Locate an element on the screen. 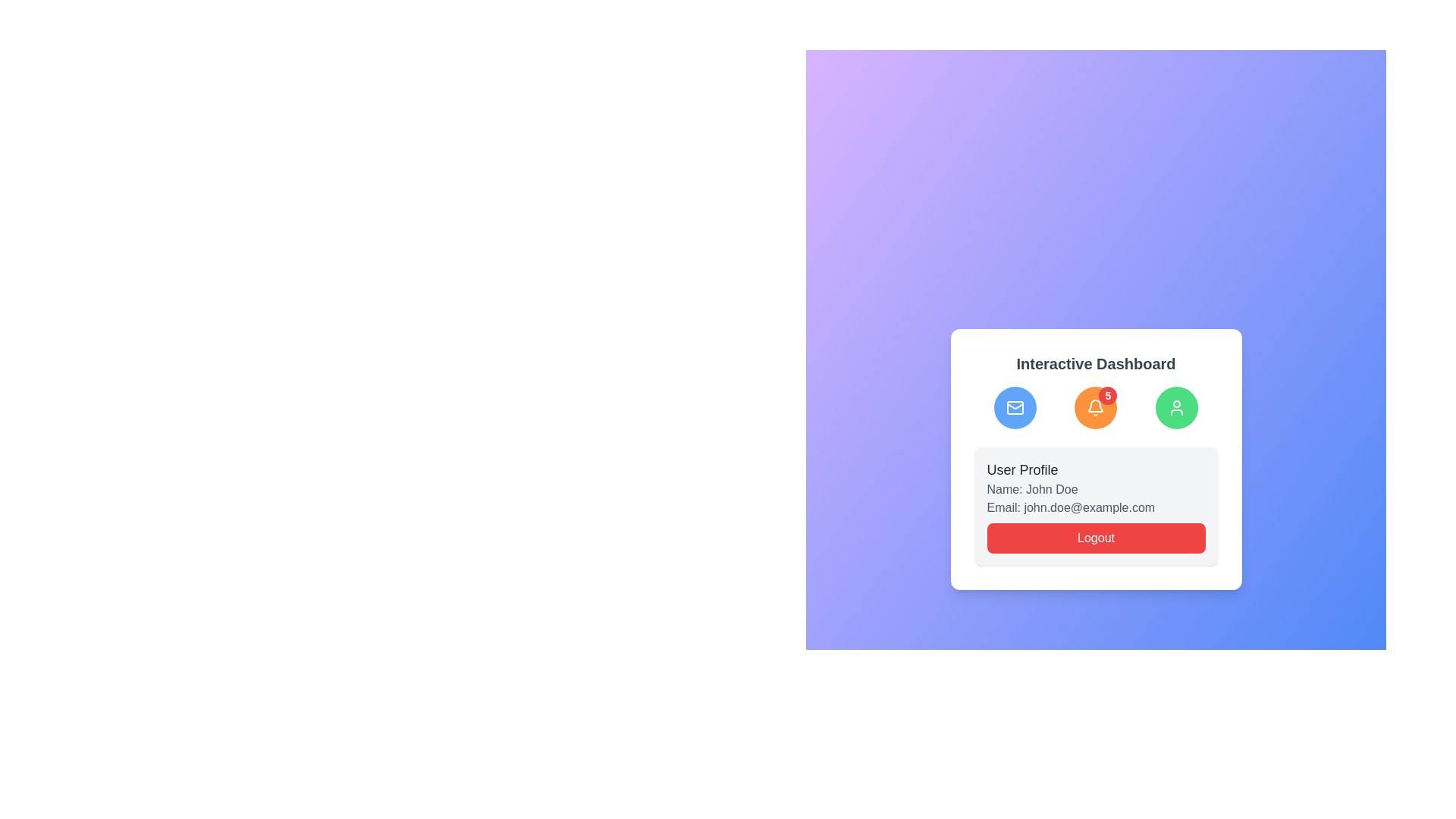 This screenshot has height=819, width=1456. the logout button located at the bottom of the user profile card, which follows the text elements showing the user's name and email address is located at coordinates (1096, 537).